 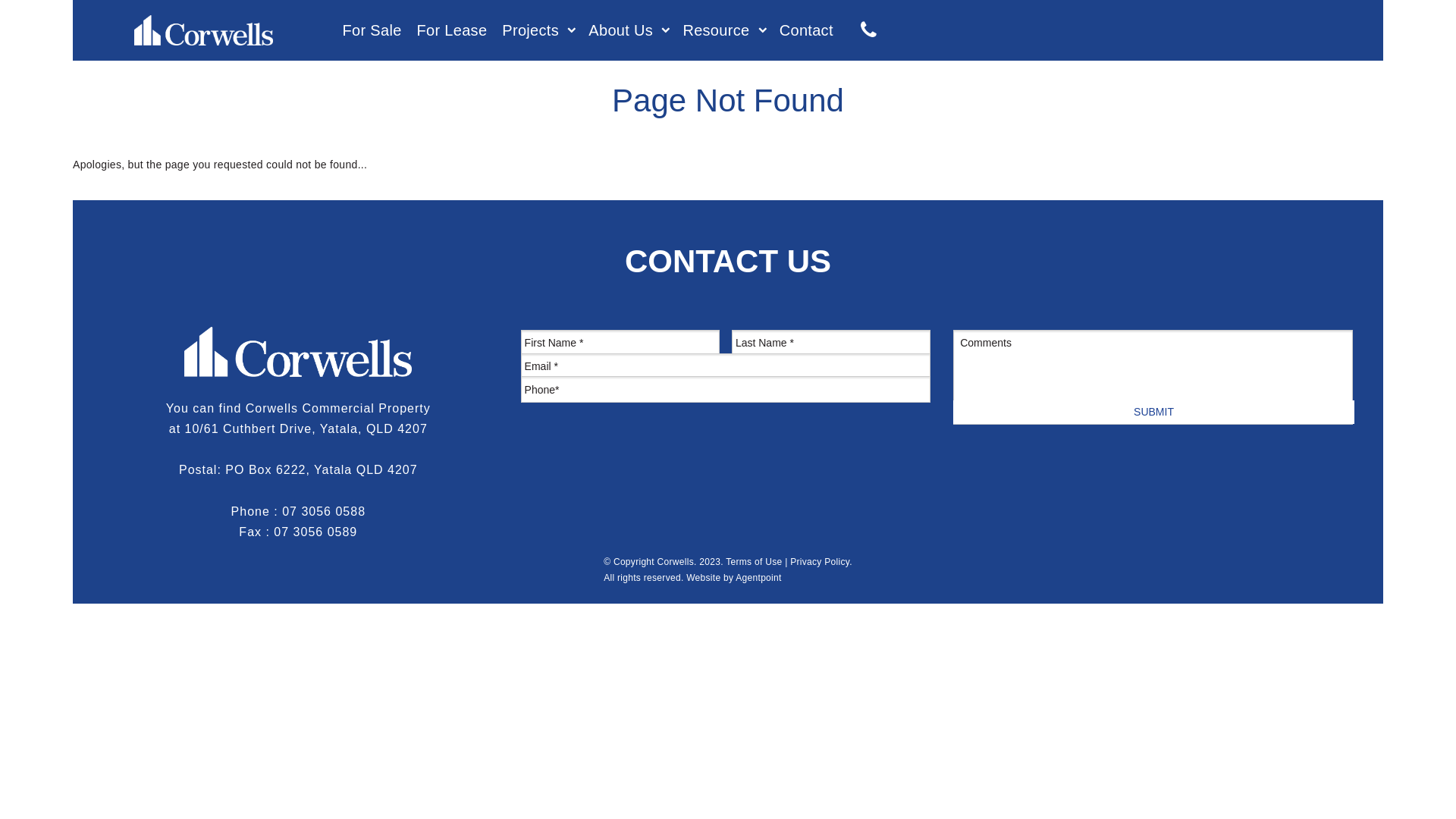 I want to click on '07 3056 0588', so click(x=282, y=511).